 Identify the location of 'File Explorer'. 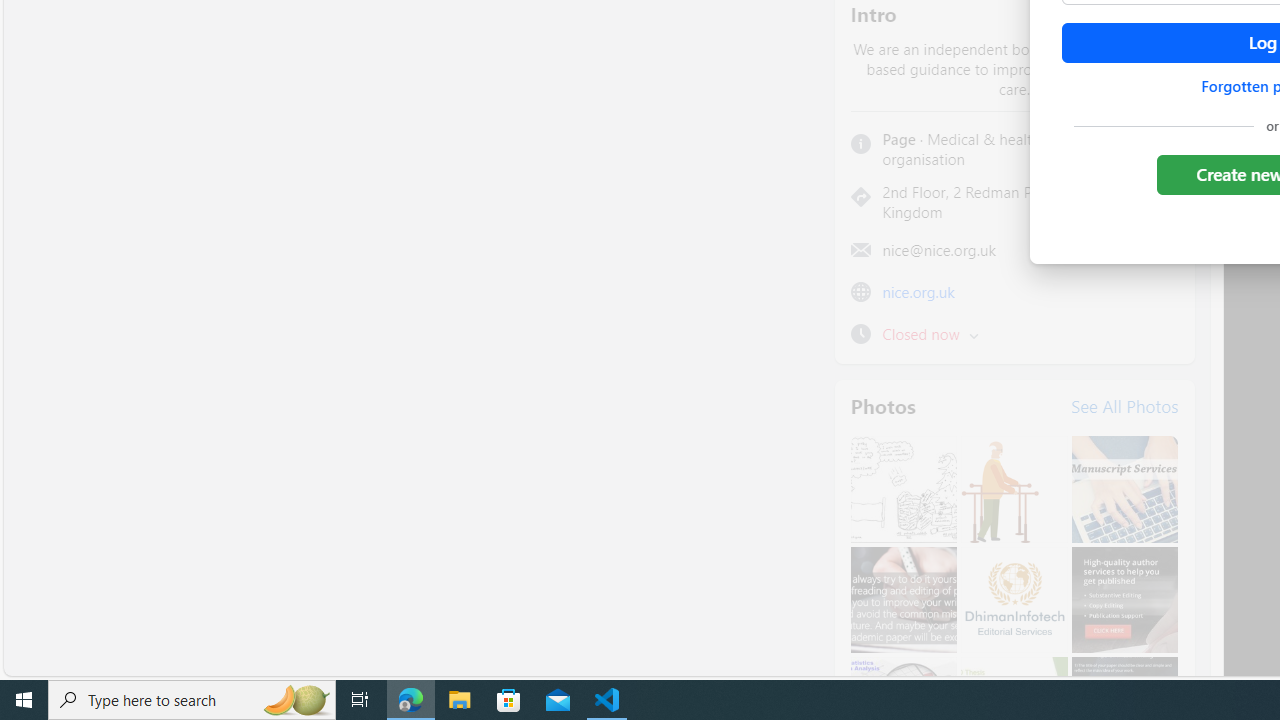
(459, 698).